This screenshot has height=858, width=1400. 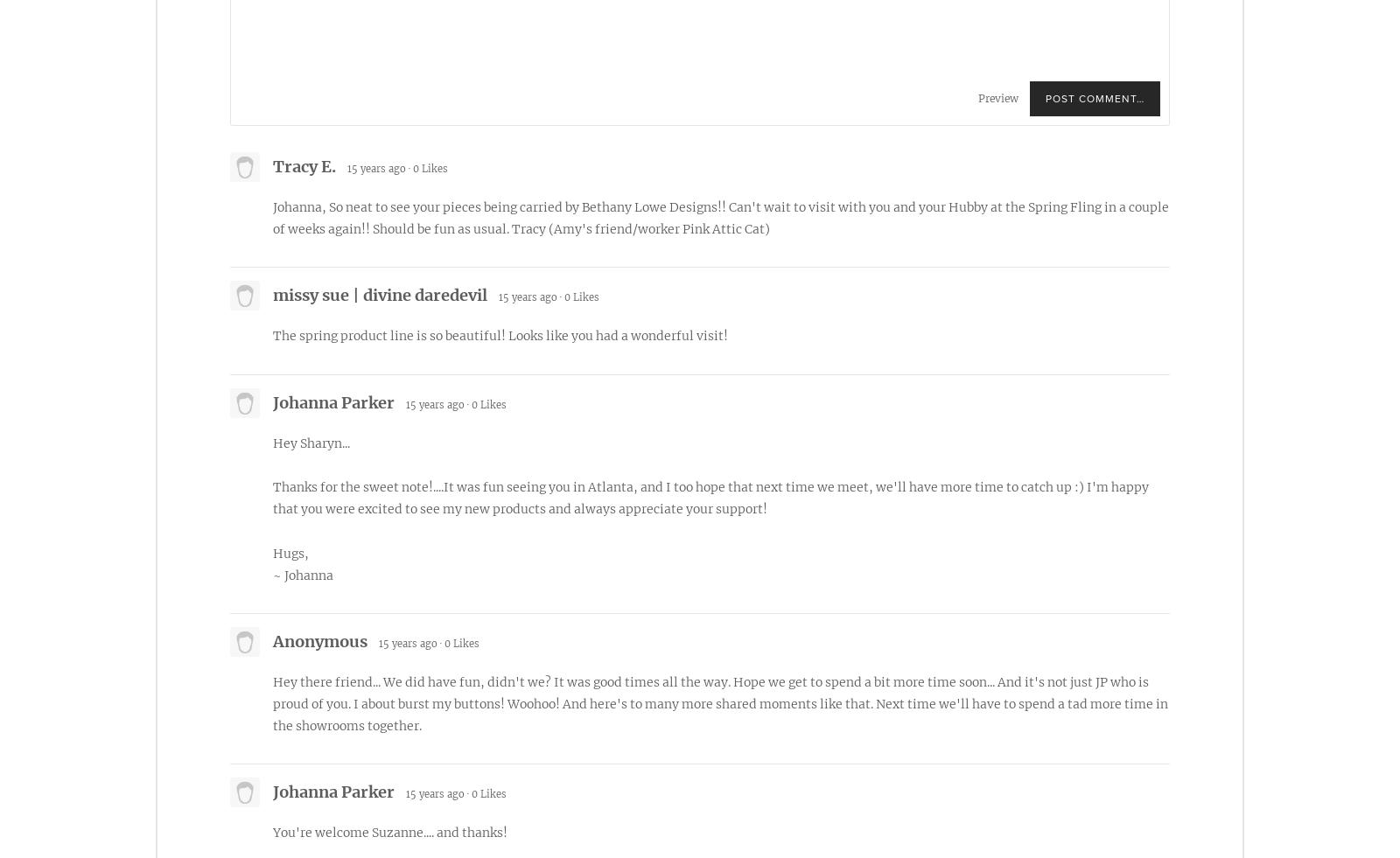 I want to click on 'Tracy E.', so click(x=304, y=165).